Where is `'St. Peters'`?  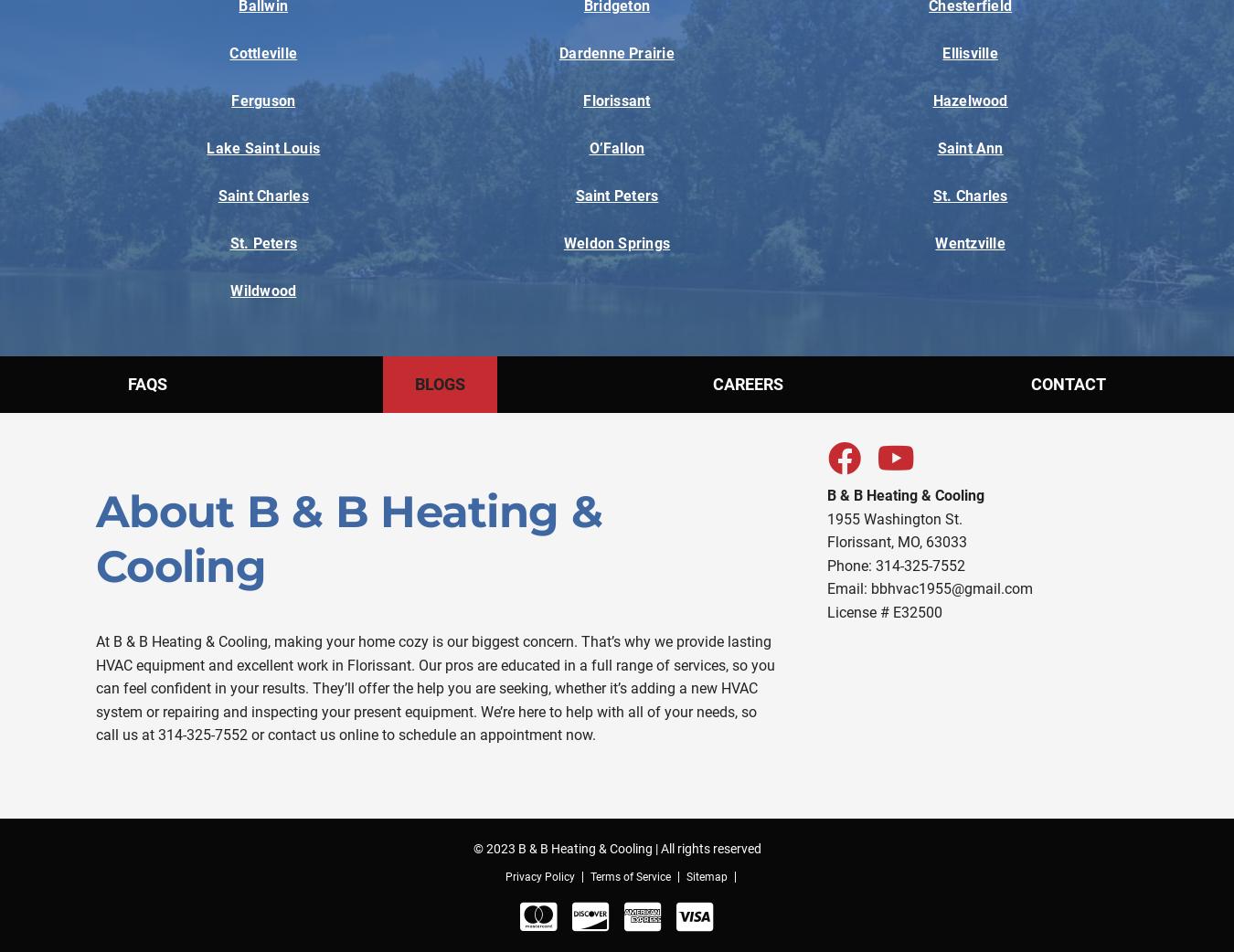
'St. Peters' is located at coordinates (261, 243).